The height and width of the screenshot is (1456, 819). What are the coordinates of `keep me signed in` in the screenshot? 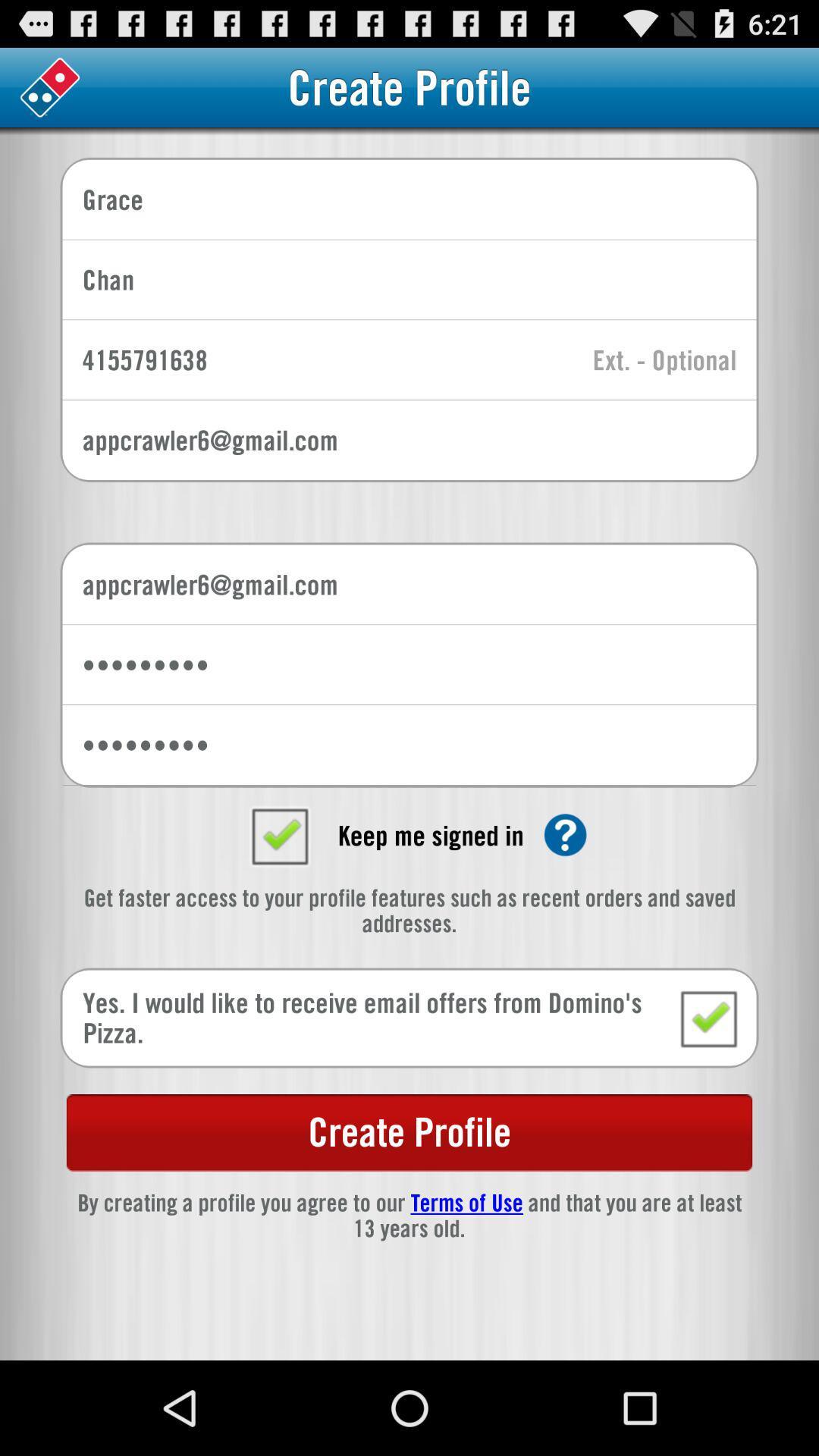 It's located at (279, 834).